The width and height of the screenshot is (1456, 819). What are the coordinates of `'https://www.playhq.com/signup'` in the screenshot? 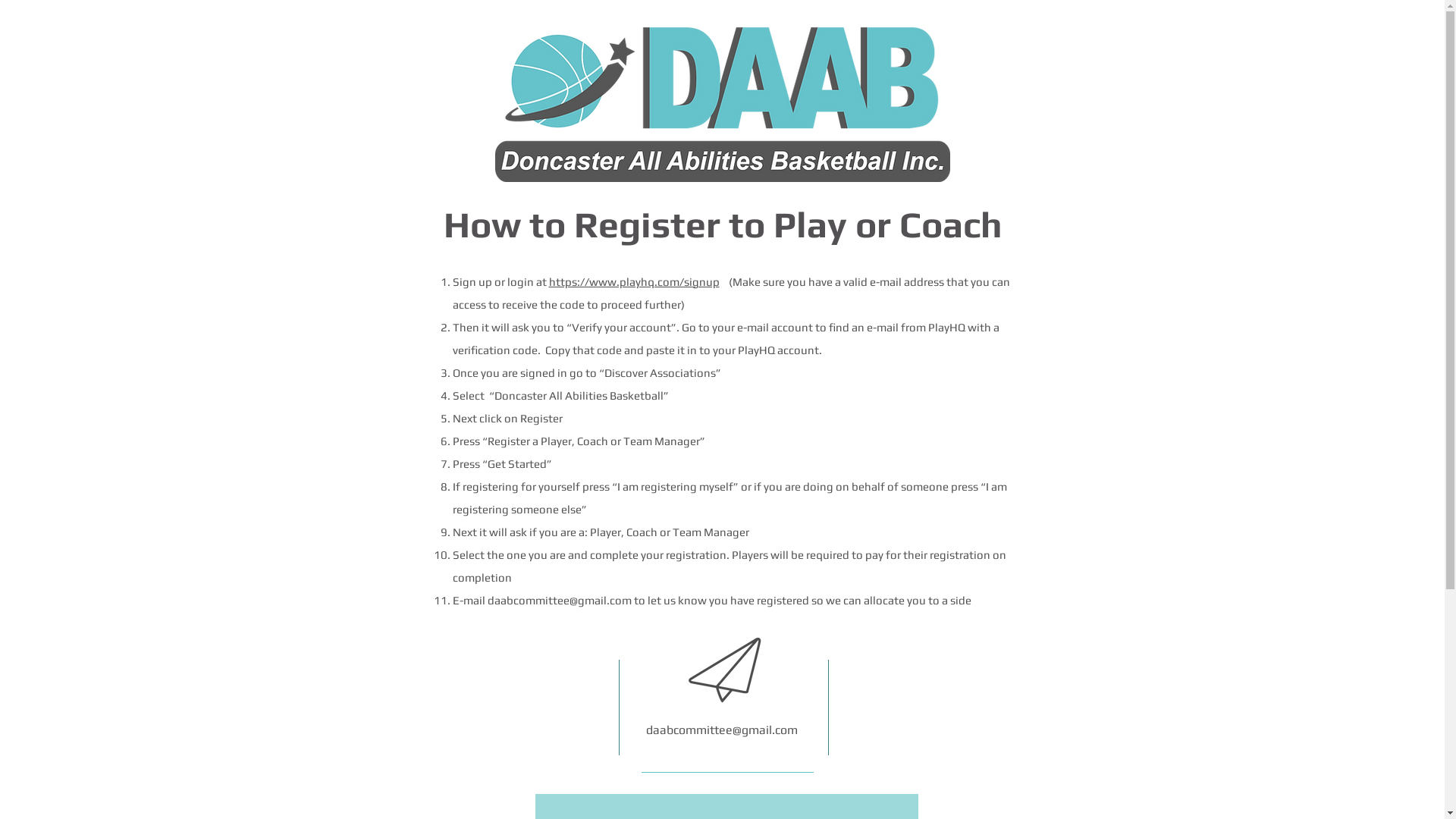 It's located at (634, 281).